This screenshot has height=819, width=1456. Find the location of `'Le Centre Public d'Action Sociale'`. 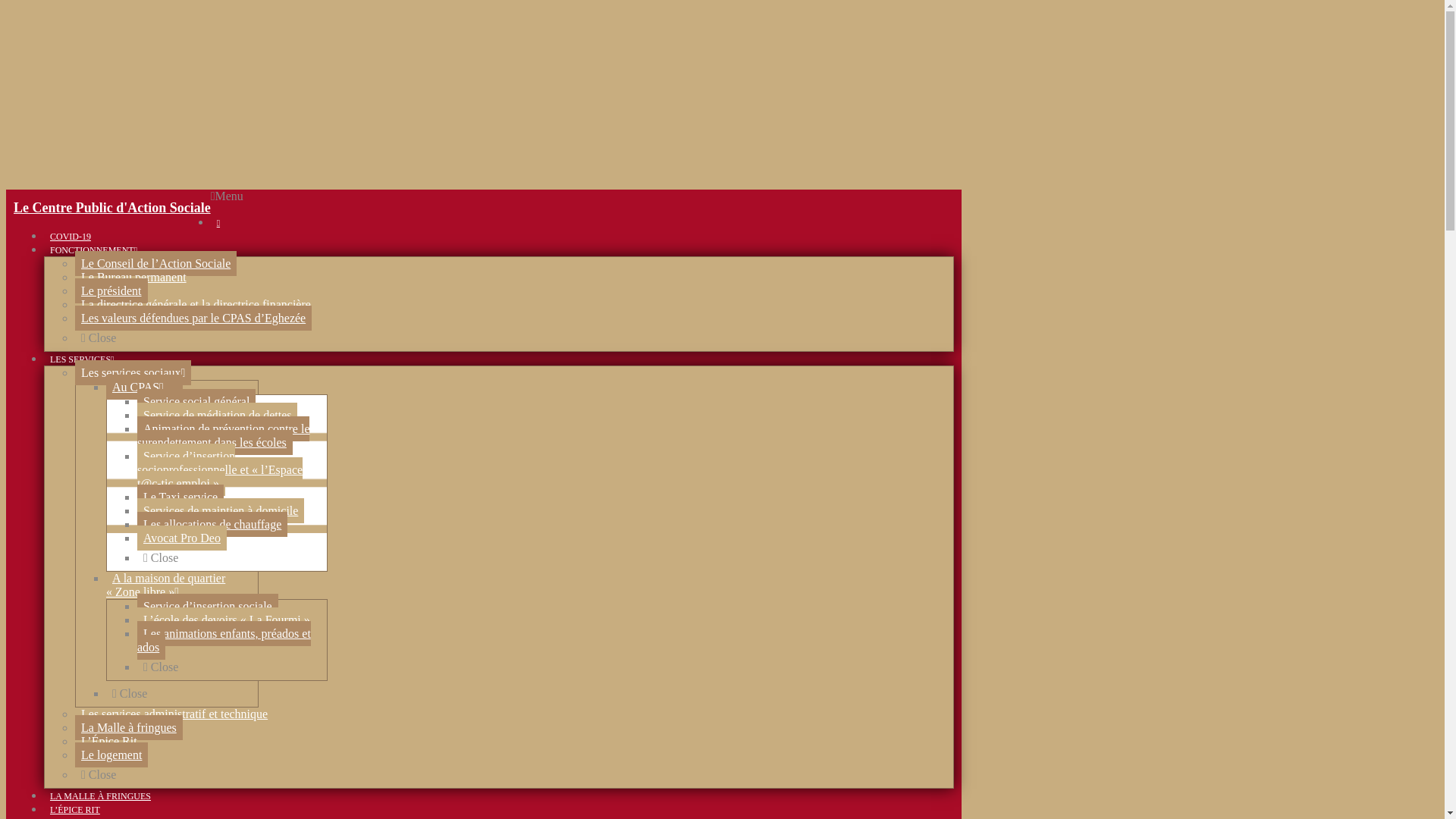

'Le Centre Public d'Action Sociale' is located at coordinates (111, 207).